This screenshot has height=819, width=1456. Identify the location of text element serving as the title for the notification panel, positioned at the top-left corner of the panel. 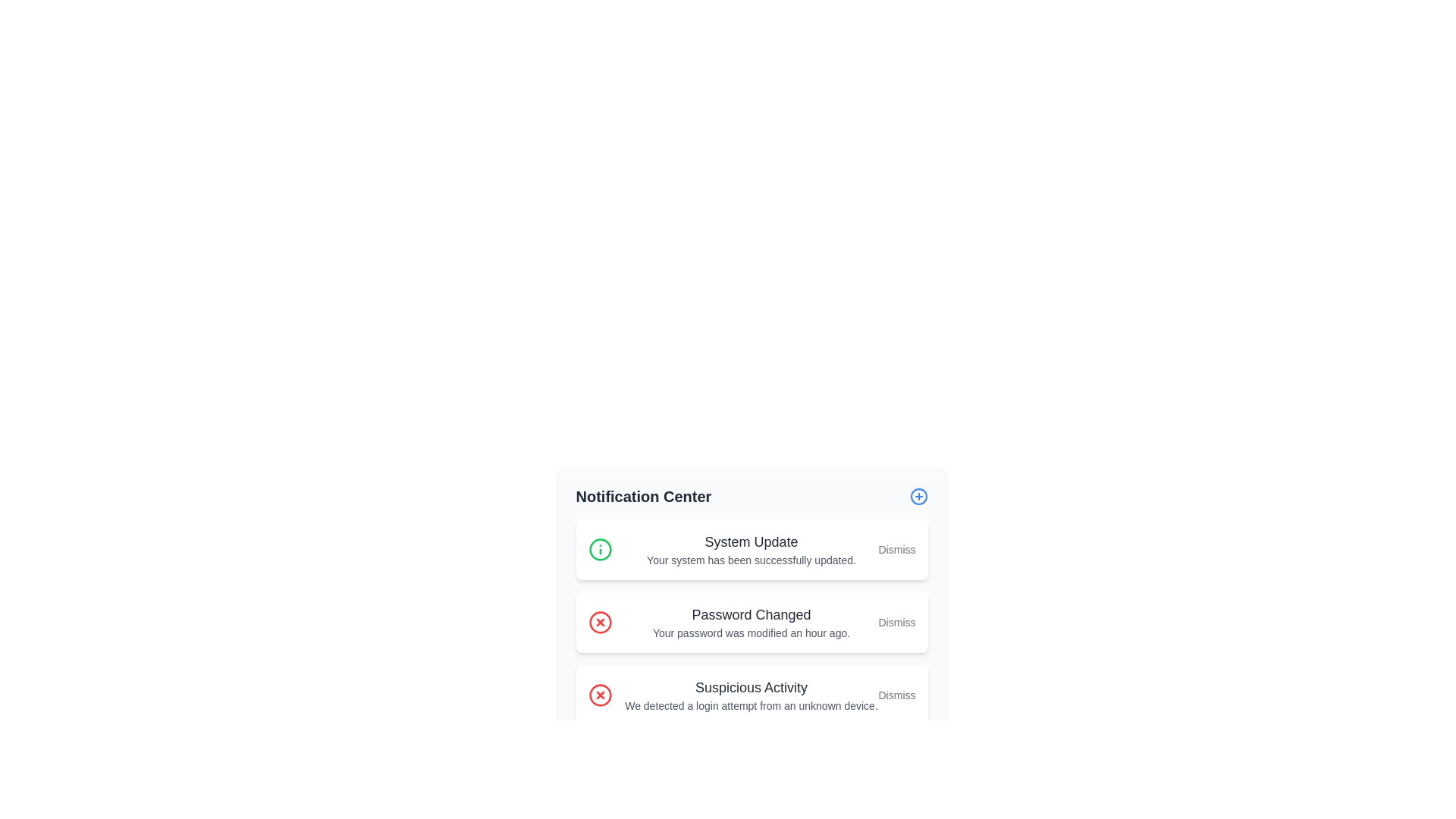
(644, 497).